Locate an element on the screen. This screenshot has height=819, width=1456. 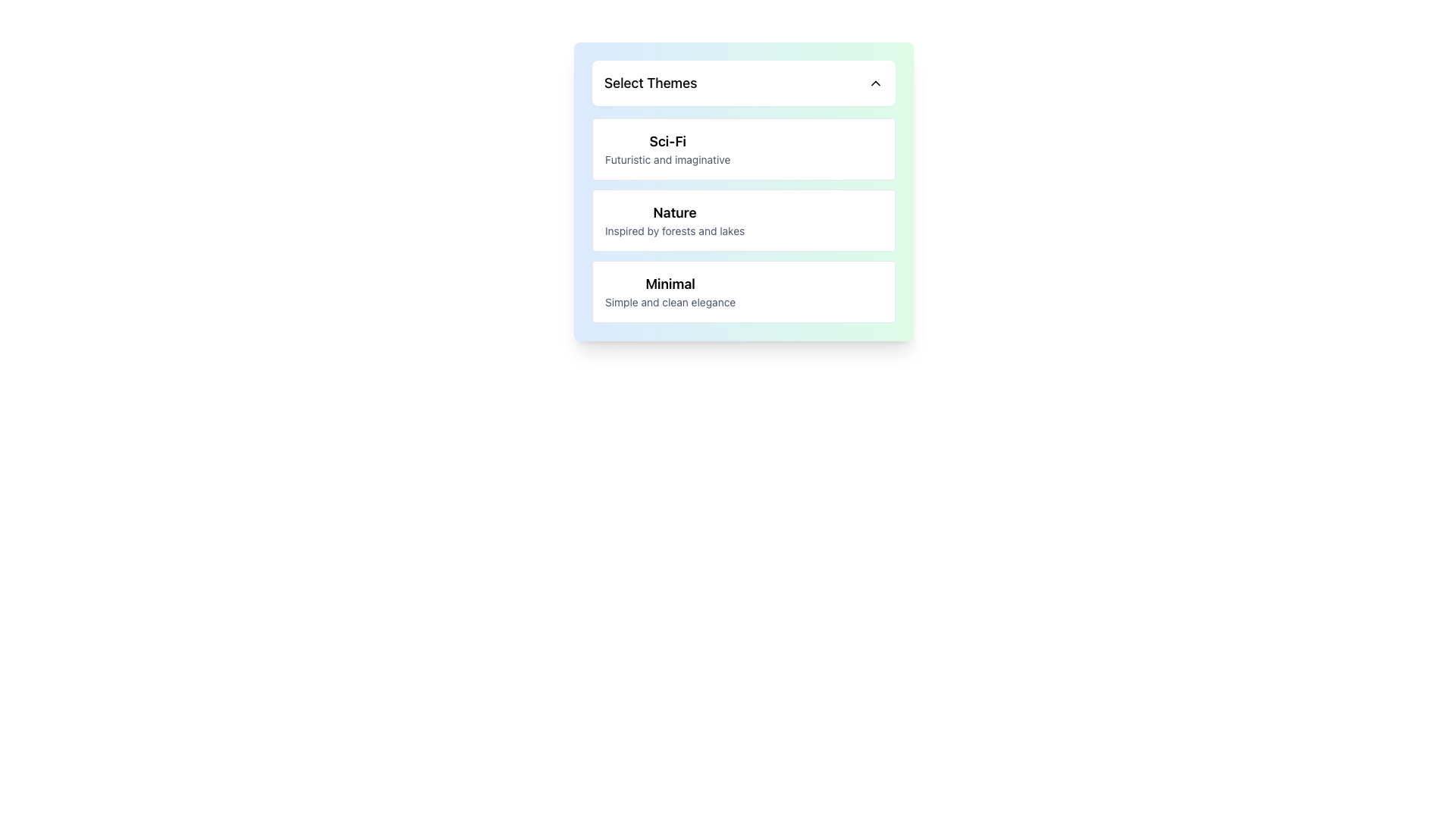
the selectable item labeled 'Nature', which is the second of three vertically stacked boxes in the interface is located at coordinates (743, 220).